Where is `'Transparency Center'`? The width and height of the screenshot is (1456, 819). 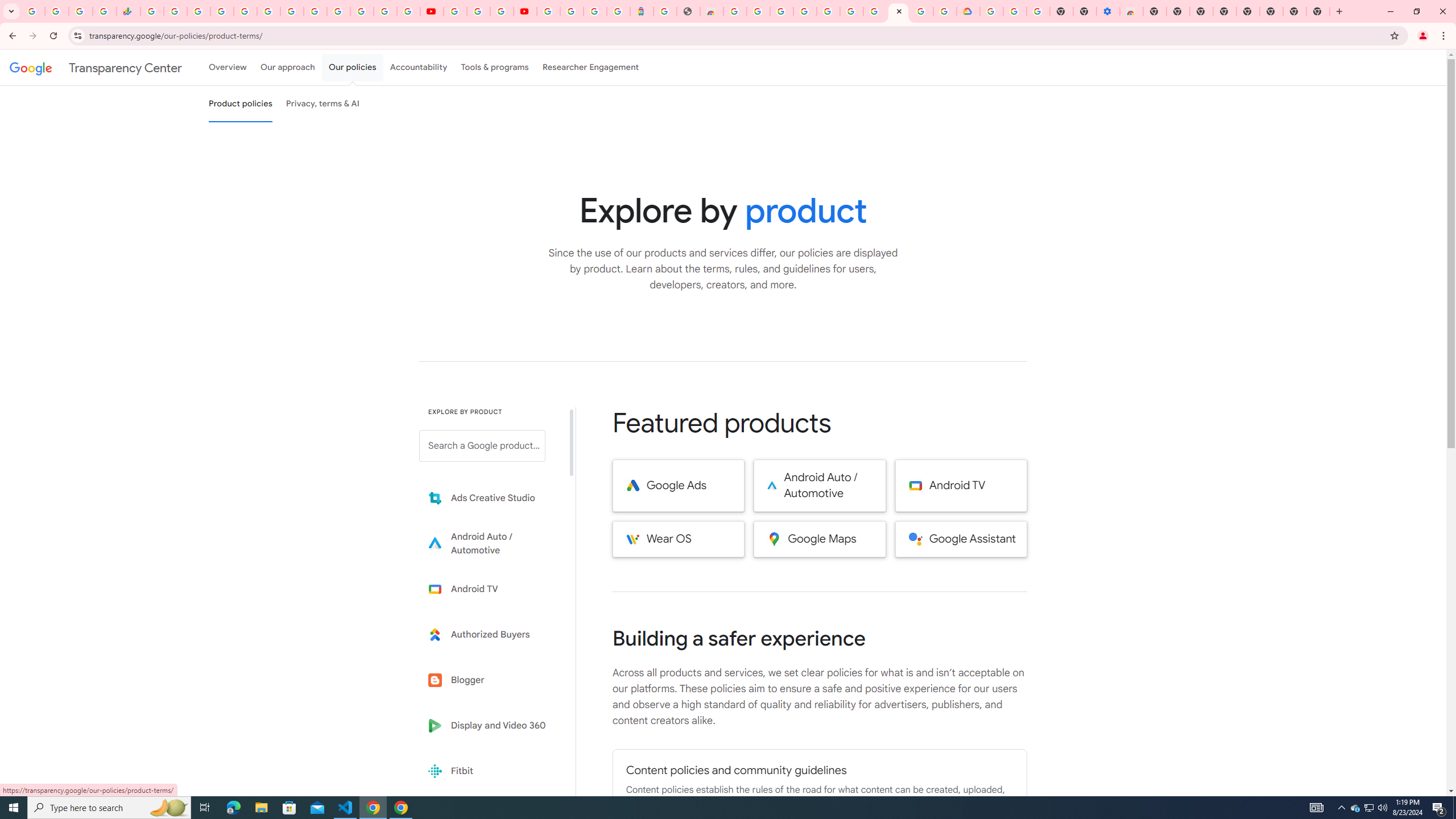
'Transparency Center' is located at coordinates (95, 67).